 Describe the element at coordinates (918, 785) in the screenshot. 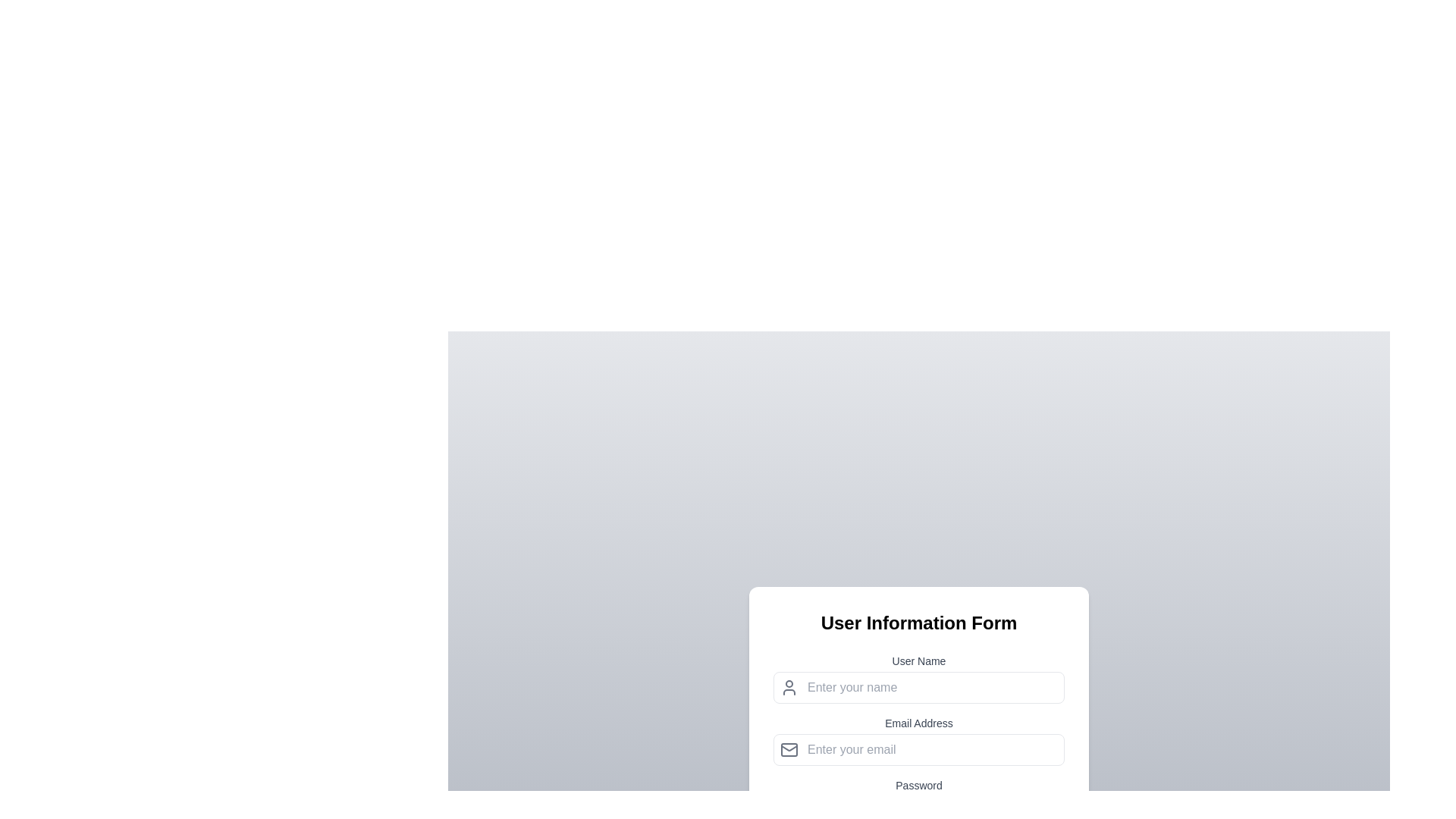

I see `the 'Password' label element, which is styled in gray and positioned above the password input field` at that location.